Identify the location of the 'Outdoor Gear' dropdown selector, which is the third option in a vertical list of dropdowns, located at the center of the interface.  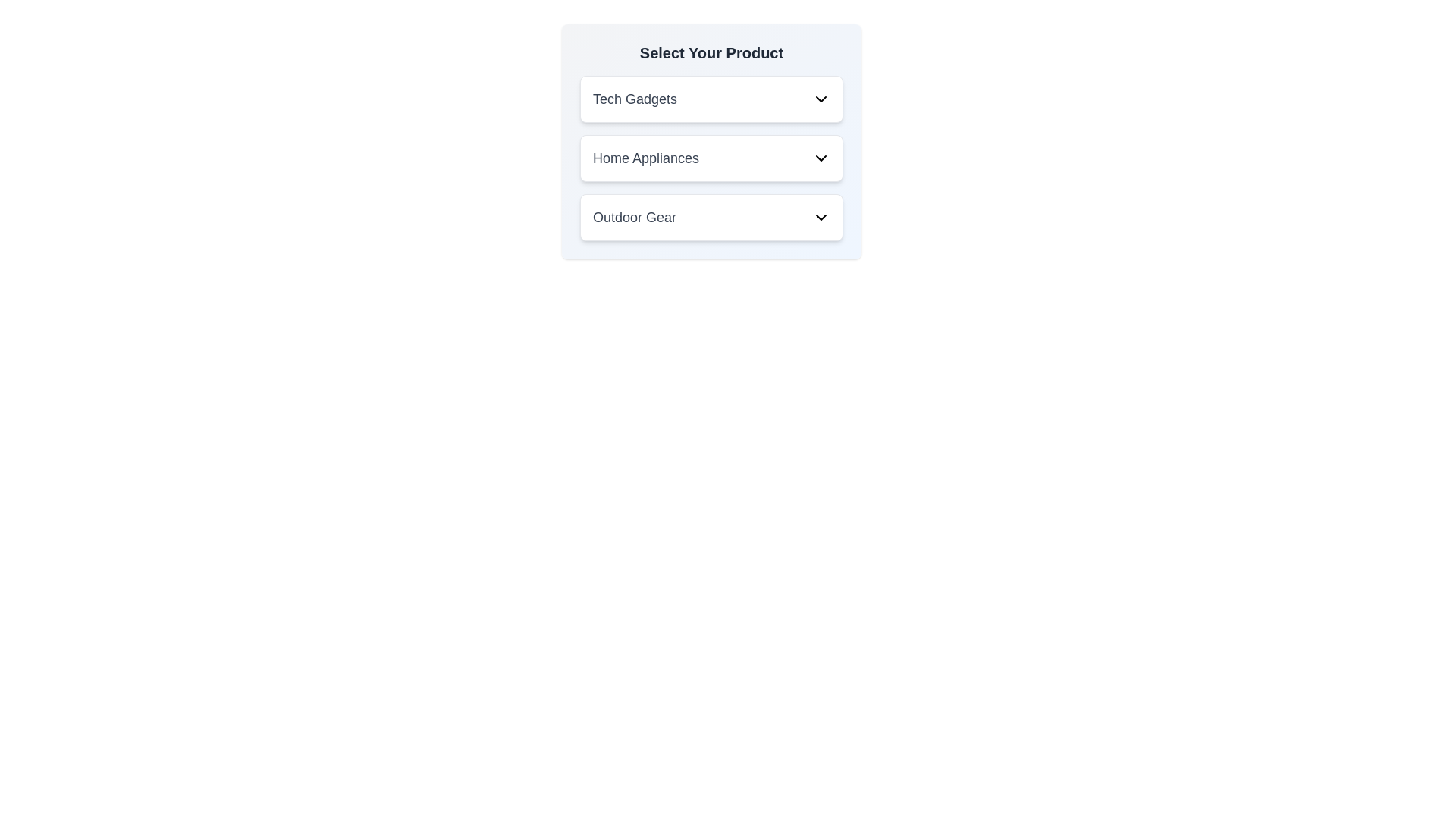
(711, 217).